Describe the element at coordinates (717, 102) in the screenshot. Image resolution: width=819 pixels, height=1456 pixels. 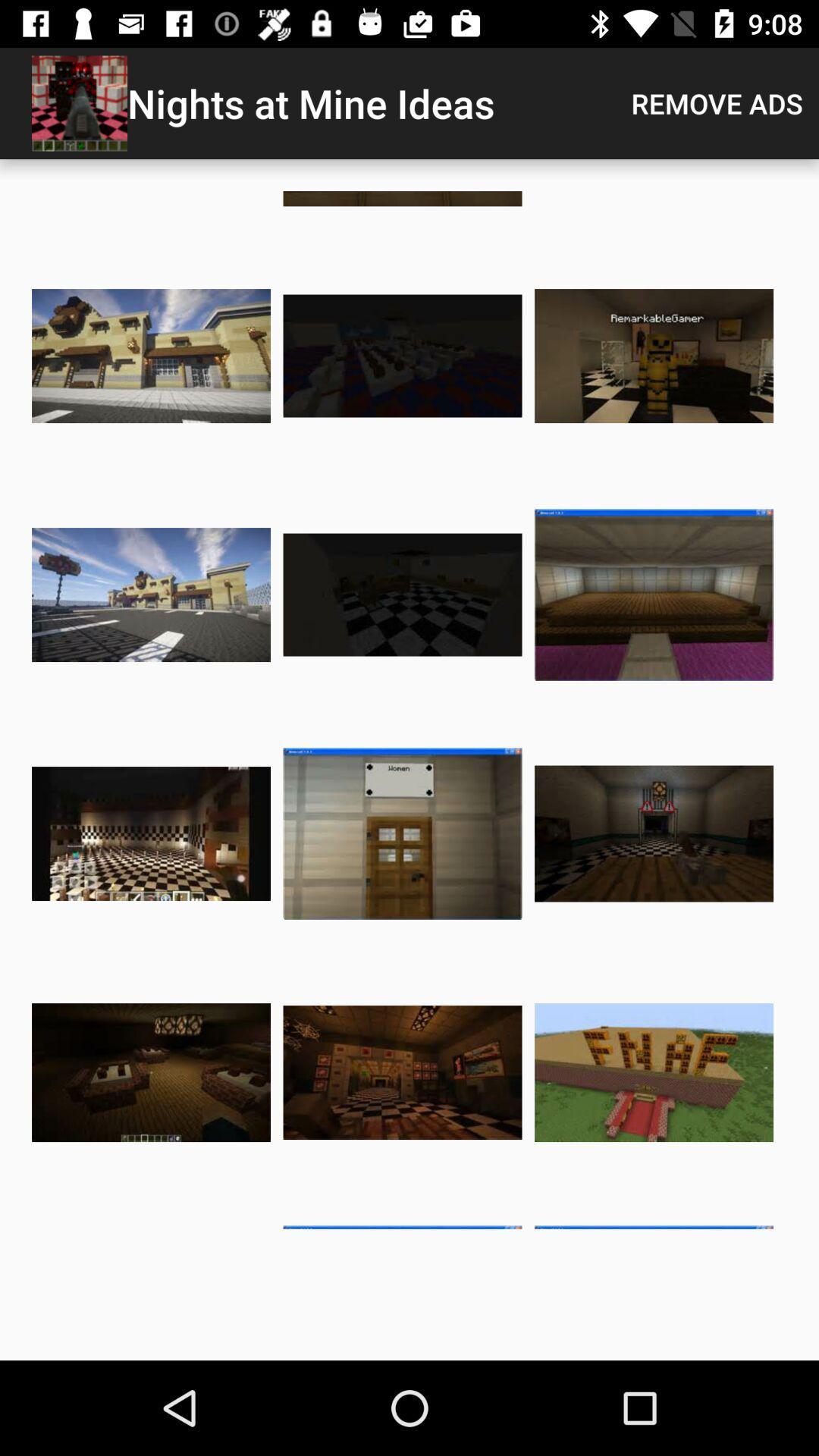
I see `the remove ads icon` at that location.